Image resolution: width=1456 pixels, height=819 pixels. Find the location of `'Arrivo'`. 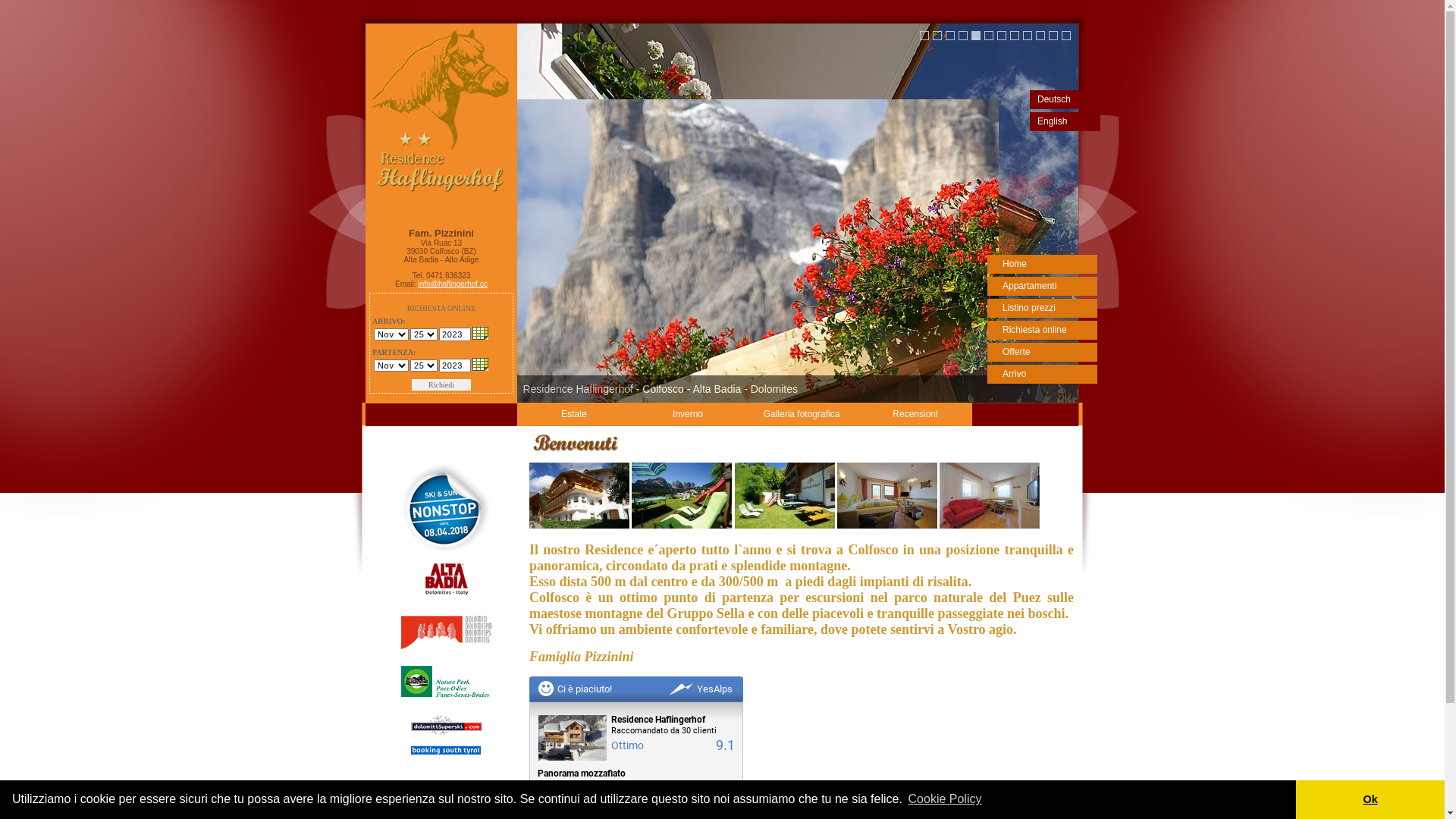

'Arrivo' is located at coordinates (1041, 374).